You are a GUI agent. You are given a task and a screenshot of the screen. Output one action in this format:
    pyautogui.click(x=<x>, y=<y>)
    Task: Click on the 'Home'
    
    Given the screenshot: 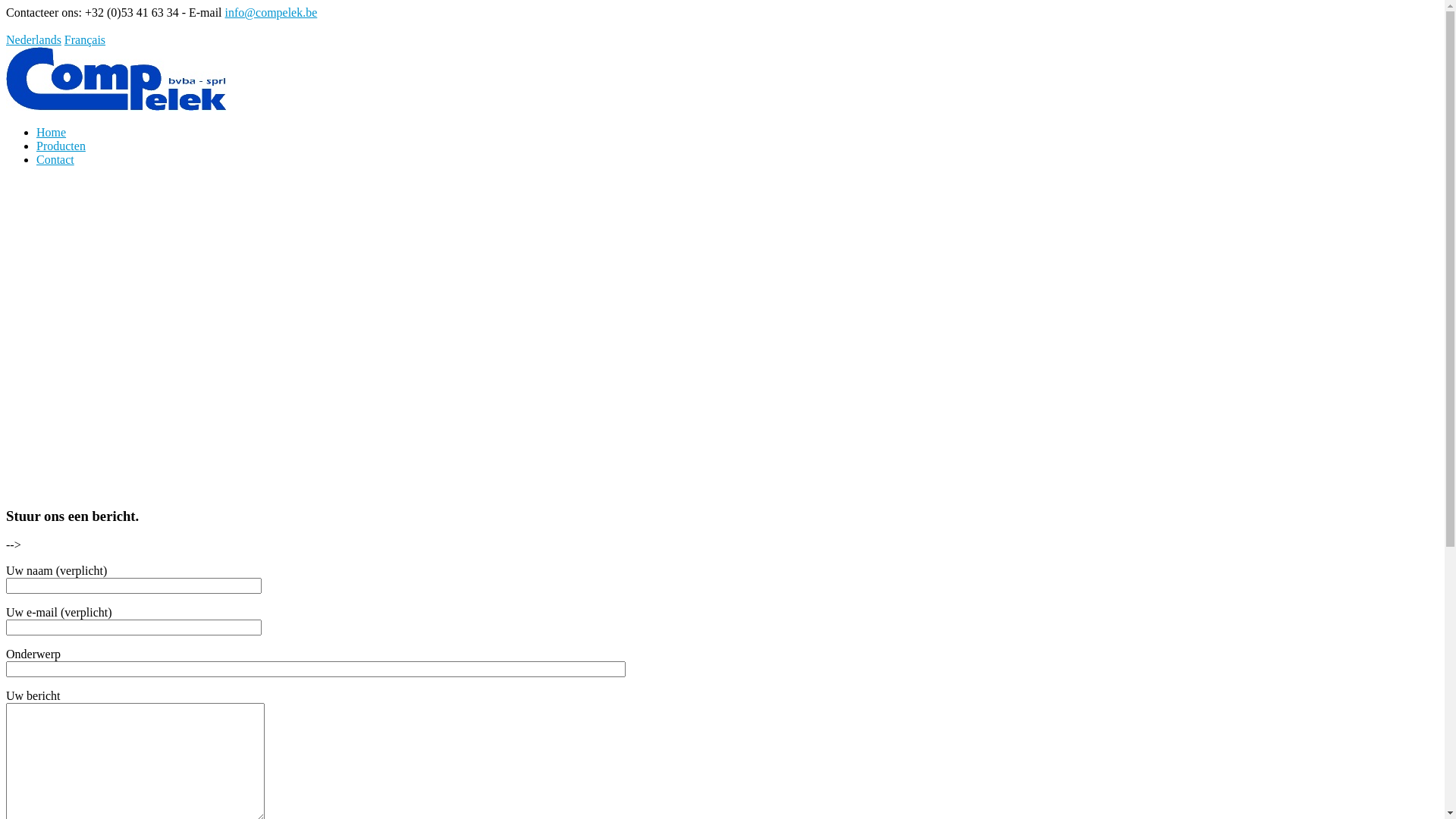 What is the action you would take?
    pyautogui.click(x=51, y=131)
    